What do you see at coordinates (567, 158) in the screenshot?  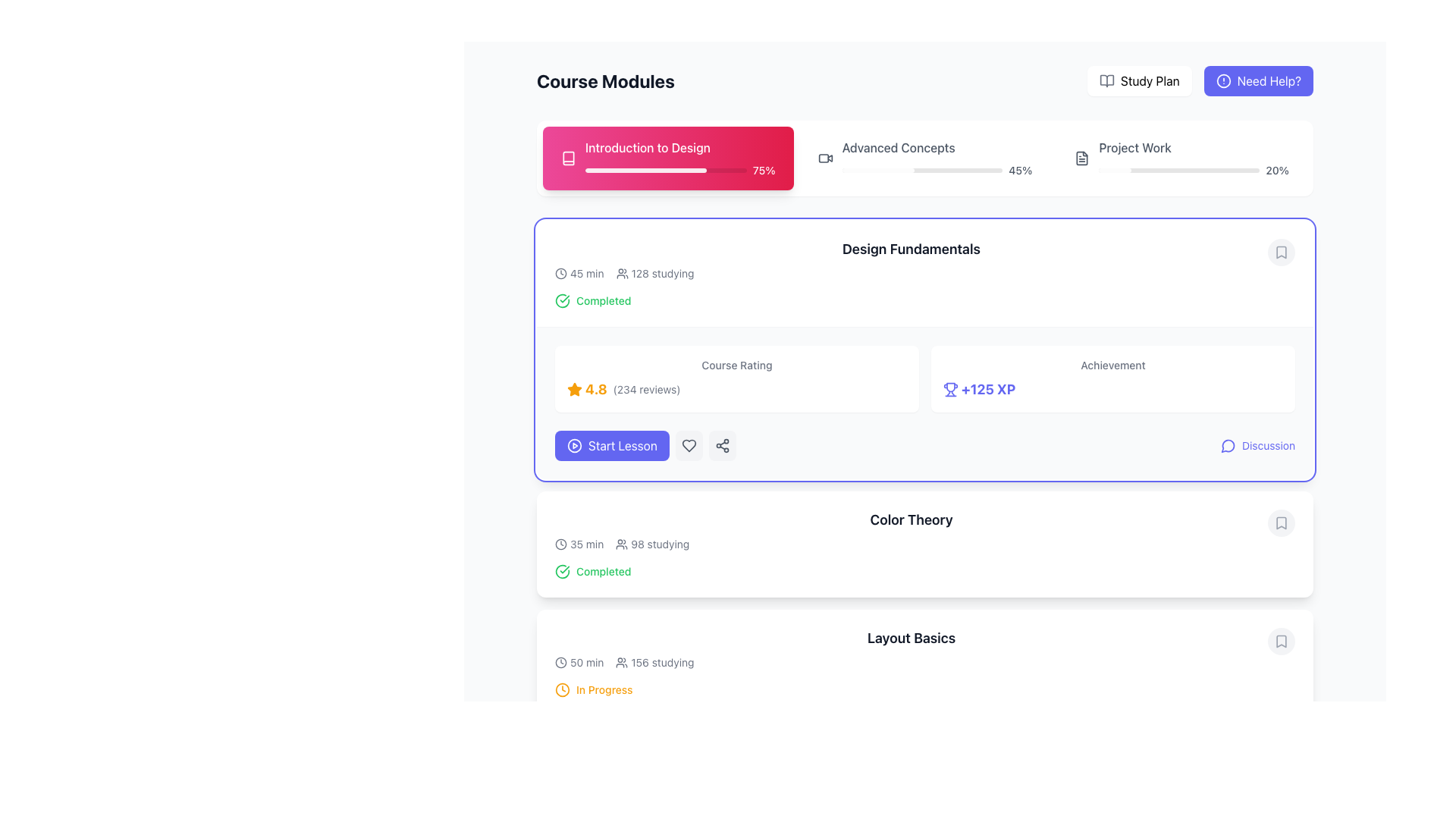 I see `the book icon located in the top-left segment of the 'Introduction to Design' panel, before the text and progress indicator` at bounding box center [567, 158].